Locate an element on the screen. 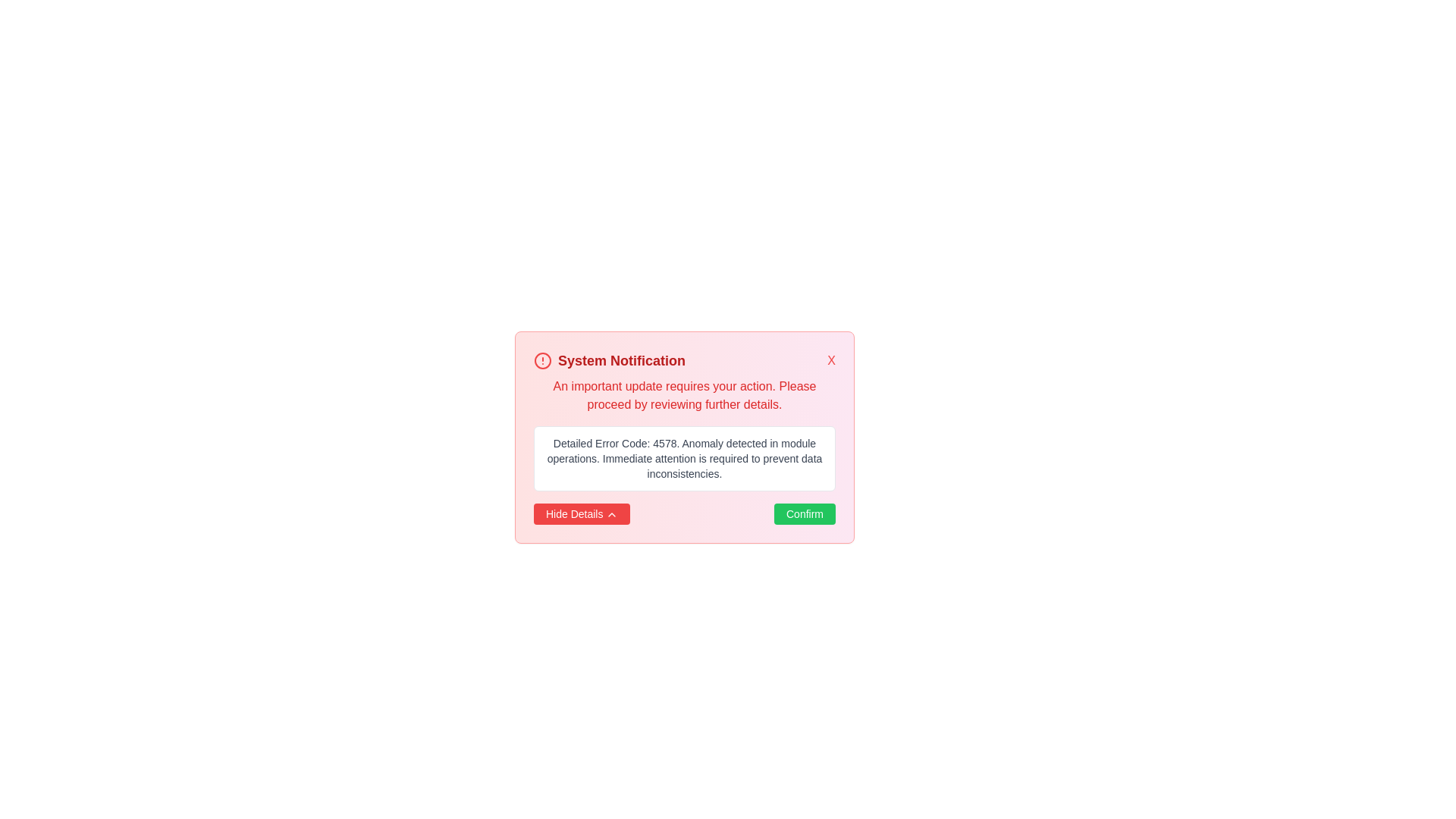 The image size is (1456, 819). the Hide Details button is located at coordinates (581, 513).